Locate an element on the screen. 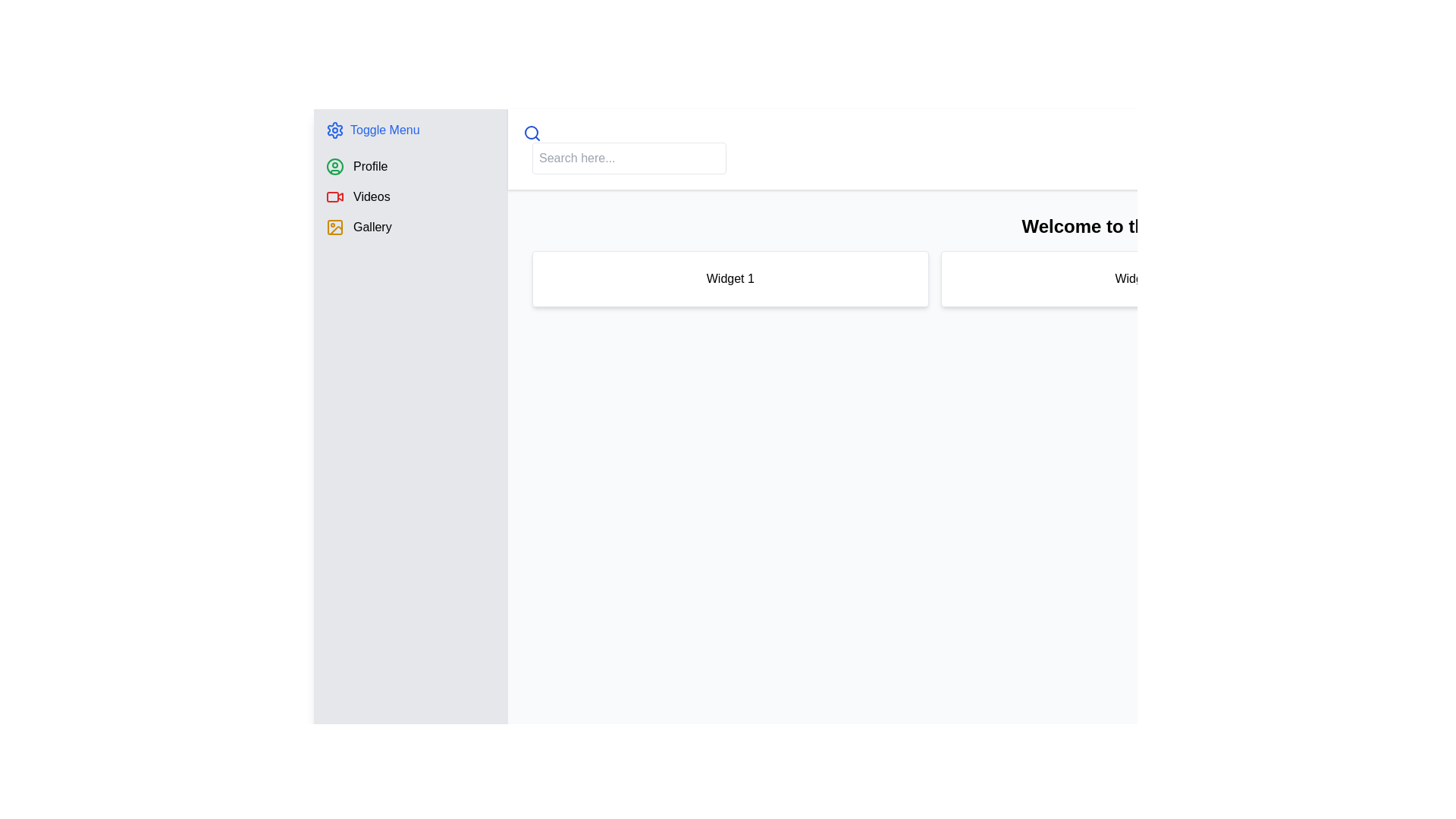 This screenshot has width=1456, height=819. the red video camera SVG icon located to the left of the 'Videos' menu item is located at coordinates (334, 196).